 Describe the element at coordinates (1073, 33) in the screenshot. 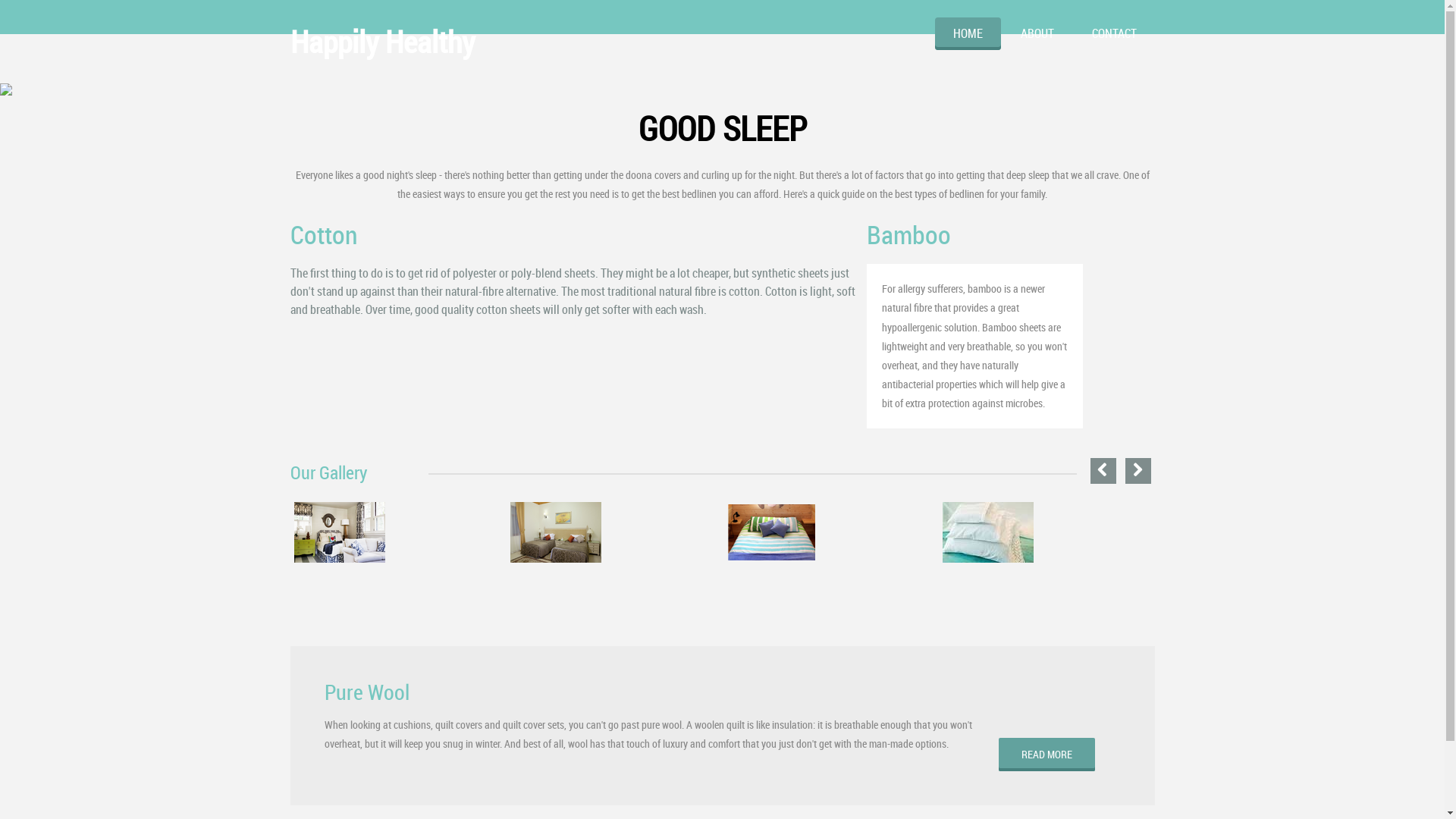

I see `'CONTACT'` at that location.